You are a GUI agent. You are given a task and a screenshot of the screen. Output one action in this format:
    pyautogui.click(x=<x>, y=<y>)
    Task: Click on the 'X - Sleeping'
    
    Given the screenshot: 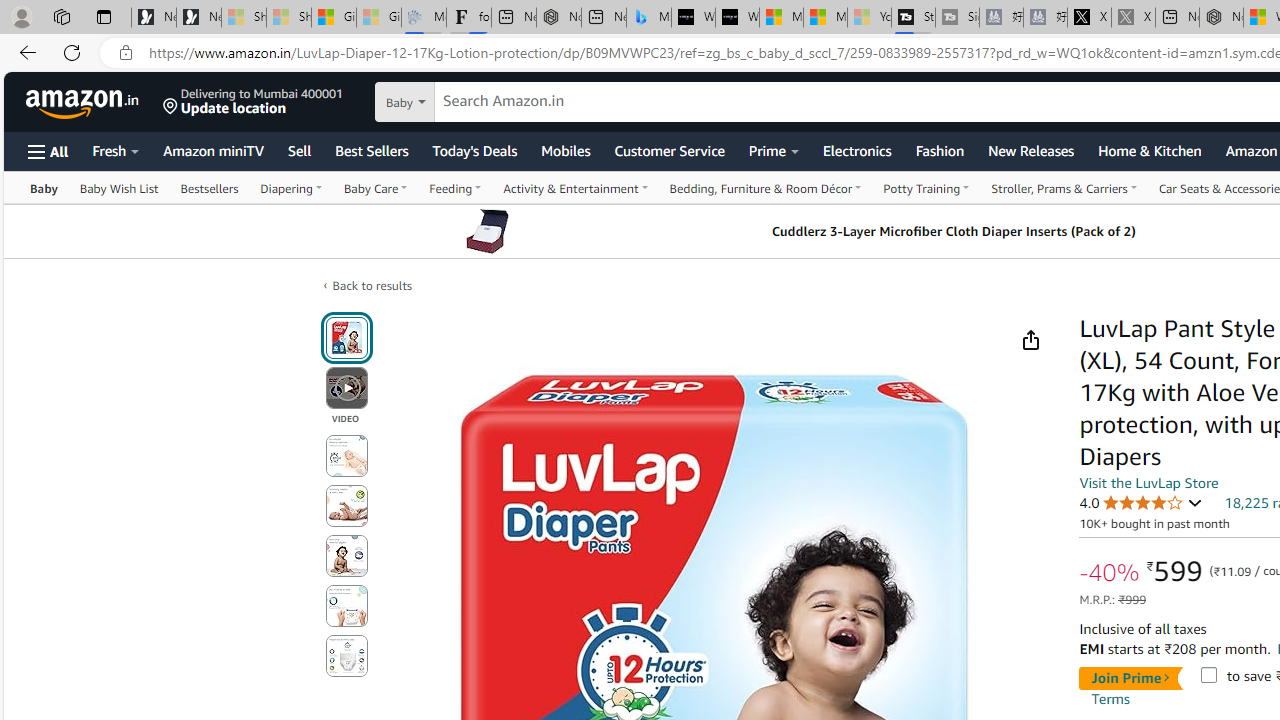 What is the action you would take?
    pyautogui.click(x=1133, y=17)
    